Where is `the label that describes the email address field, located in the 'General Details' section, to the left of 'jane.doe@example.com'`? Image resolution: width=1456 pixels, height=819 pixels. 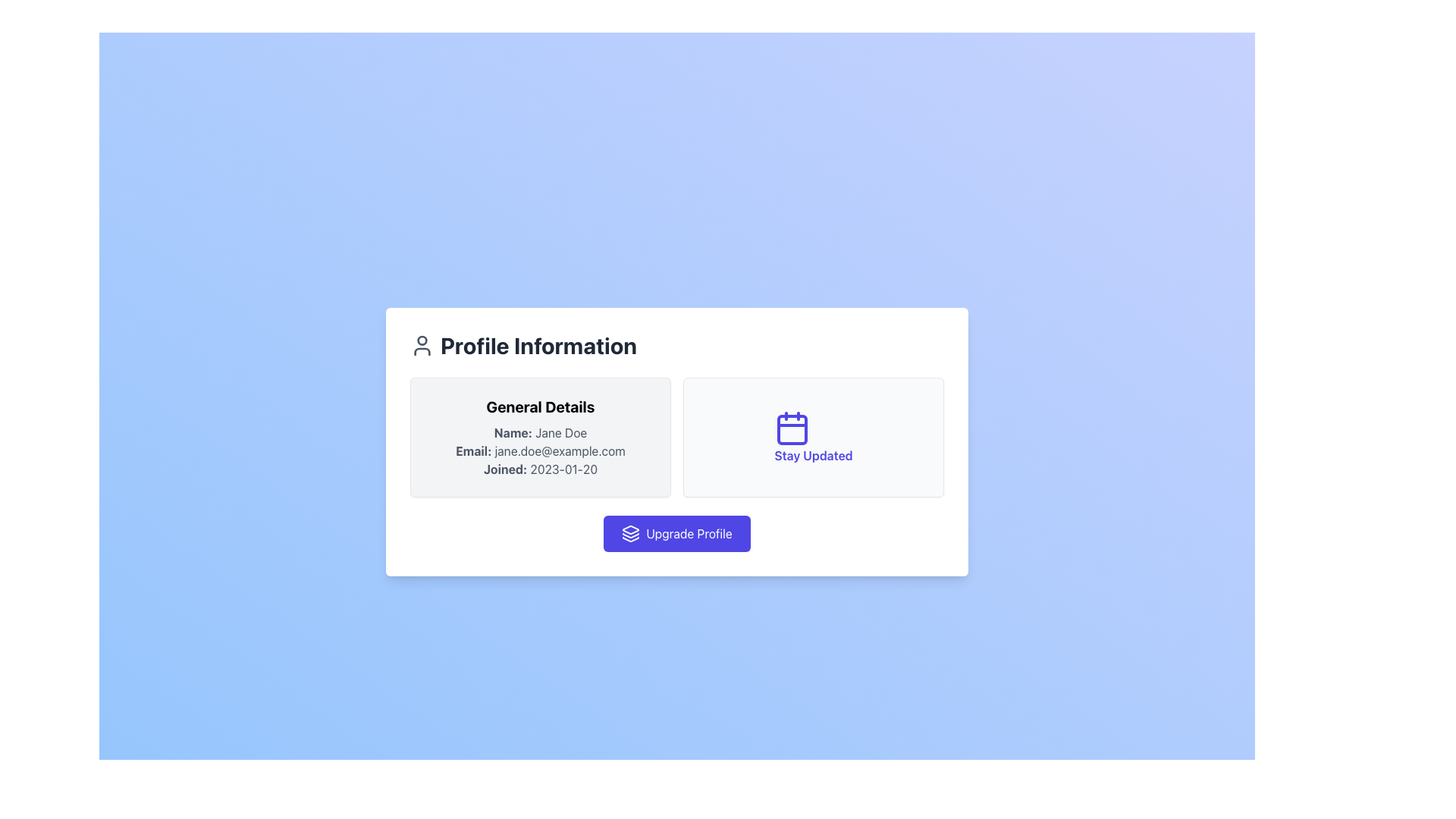
the label that describes the email address field, located in the 'General Details' section, to the left of 'jane.doe@example.com' is located at coordinates (472, 450).